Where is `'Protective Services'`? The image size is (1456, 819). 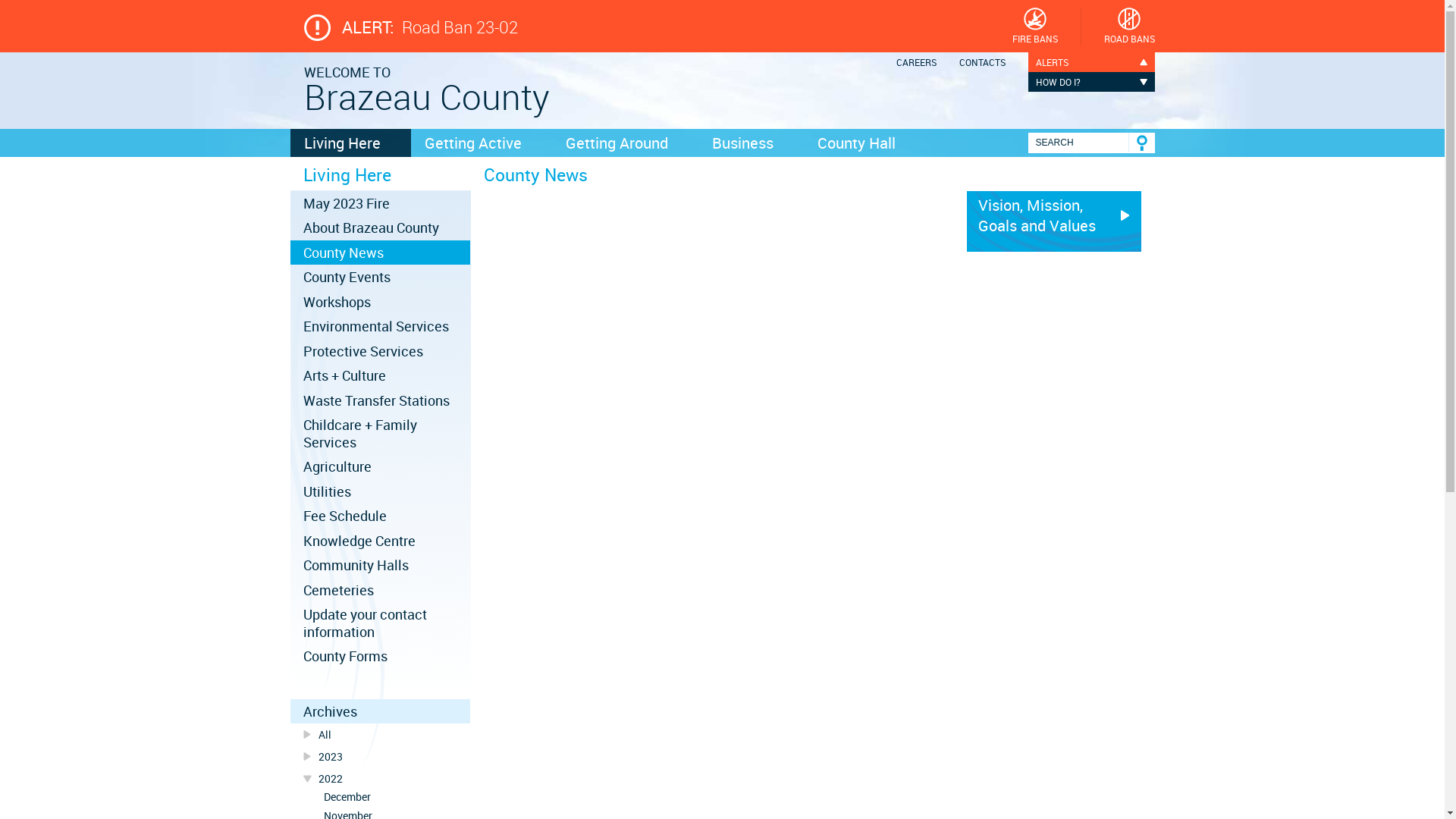
'Protective Services' is located at coordinates (379, 350).